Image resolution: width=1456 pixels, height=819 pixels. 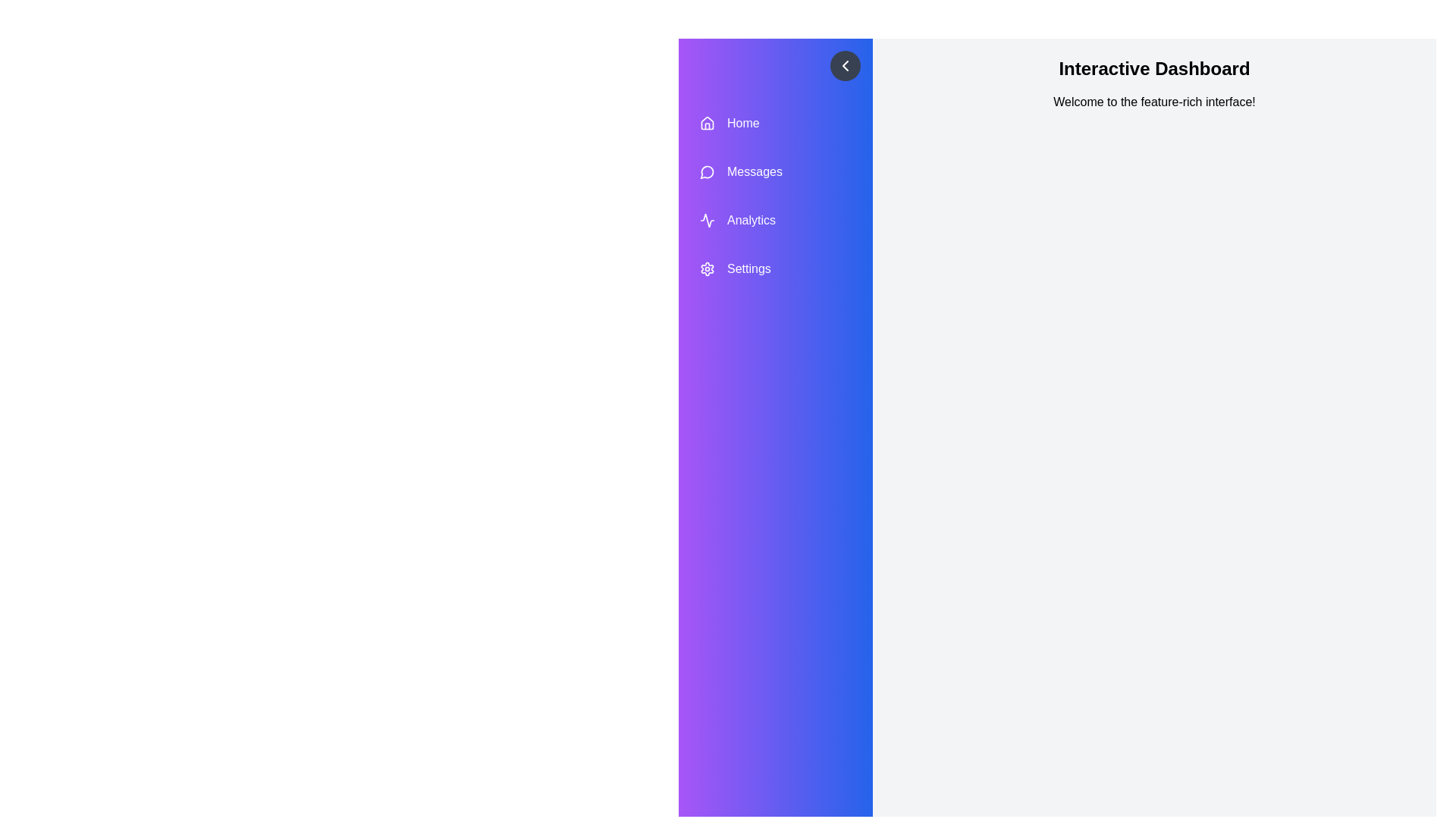 I want to click on the menu item Analytics to highlight it visually, so click(x=775, y=220).